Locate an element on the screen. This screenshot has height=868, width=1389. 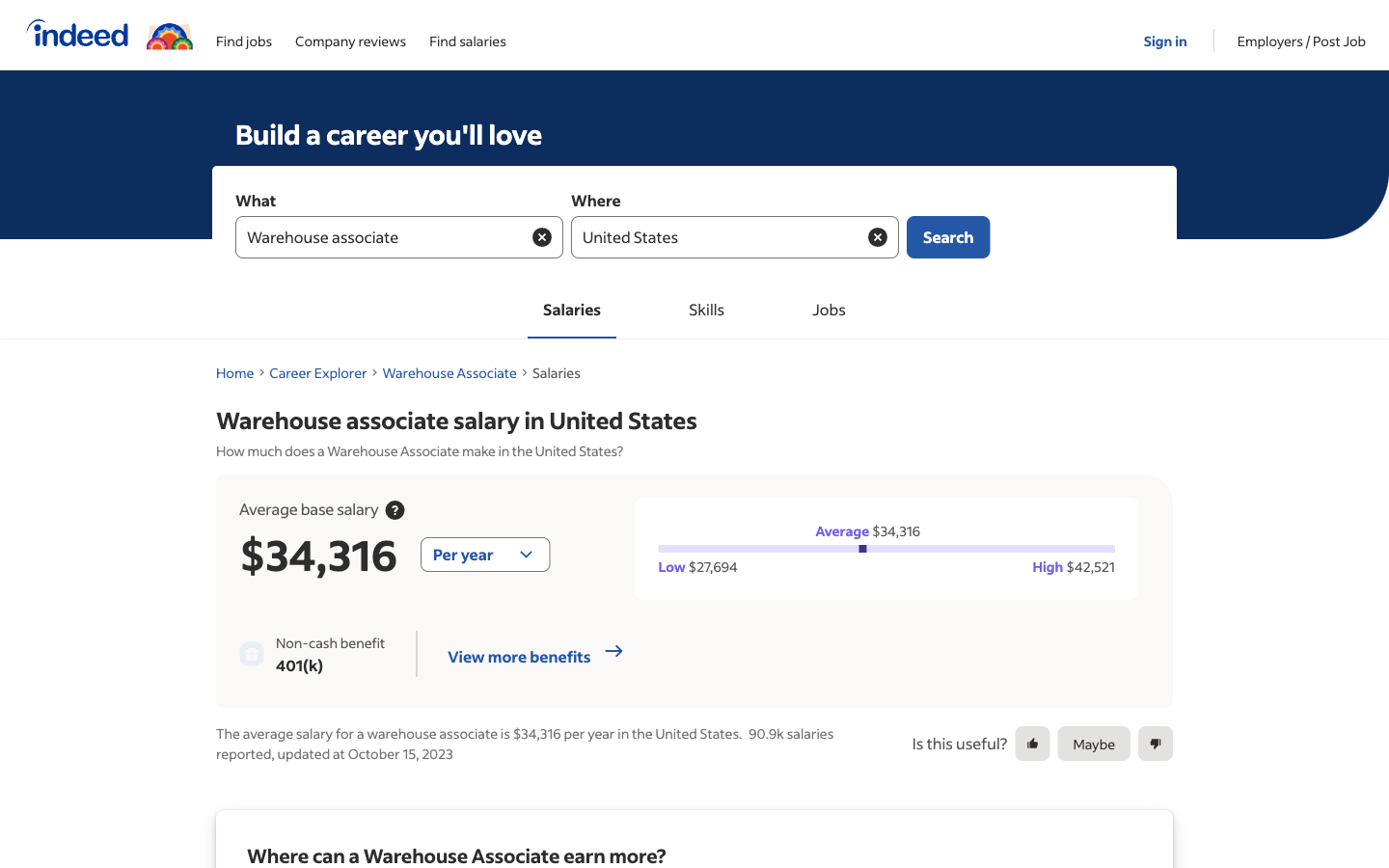
Undo the job location defined as "United States is located at coordinates (877, 235).